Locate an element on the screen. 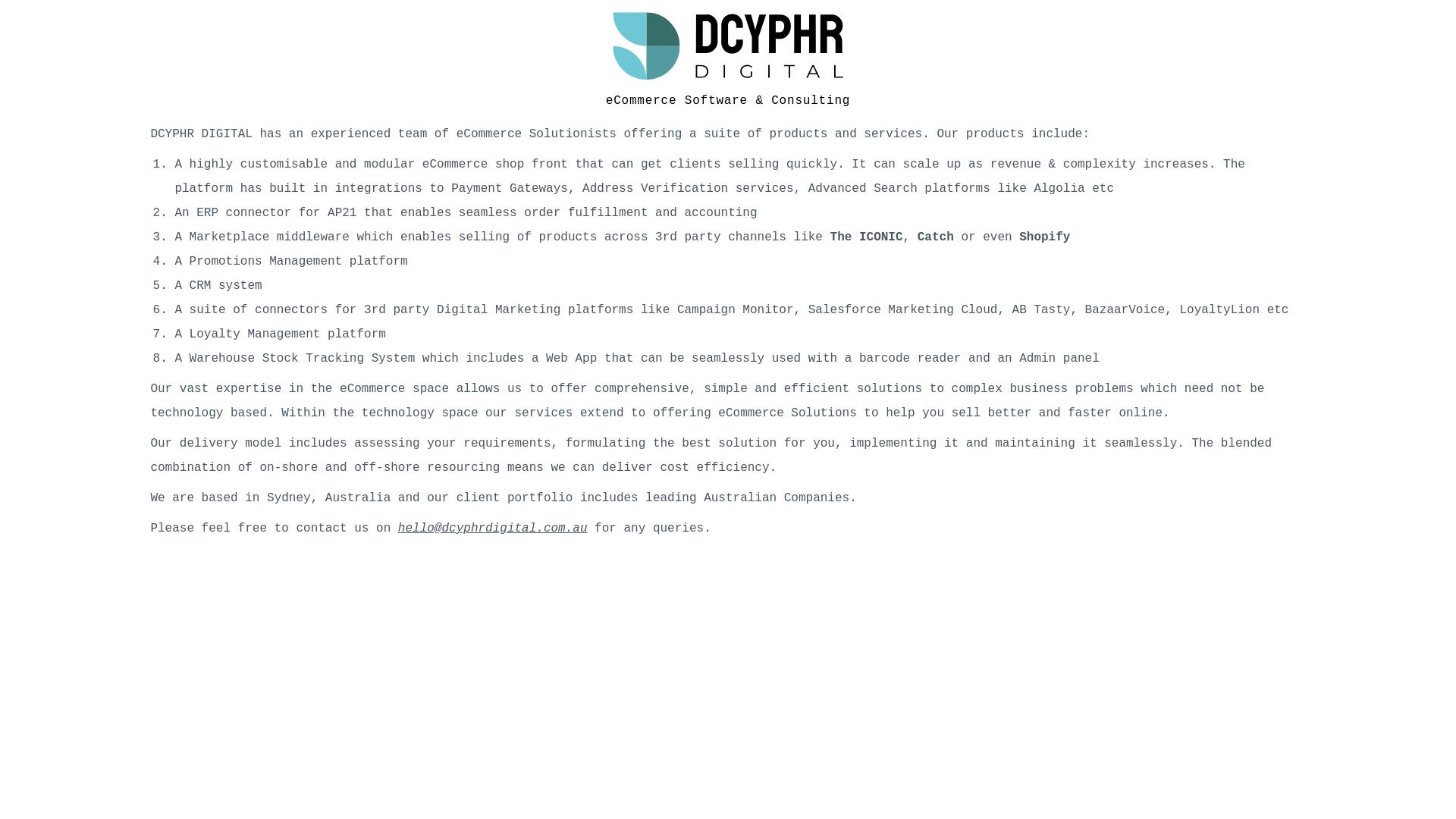  'hello@dcyphrdigital.com.au' is located at coordinates (492, 528).